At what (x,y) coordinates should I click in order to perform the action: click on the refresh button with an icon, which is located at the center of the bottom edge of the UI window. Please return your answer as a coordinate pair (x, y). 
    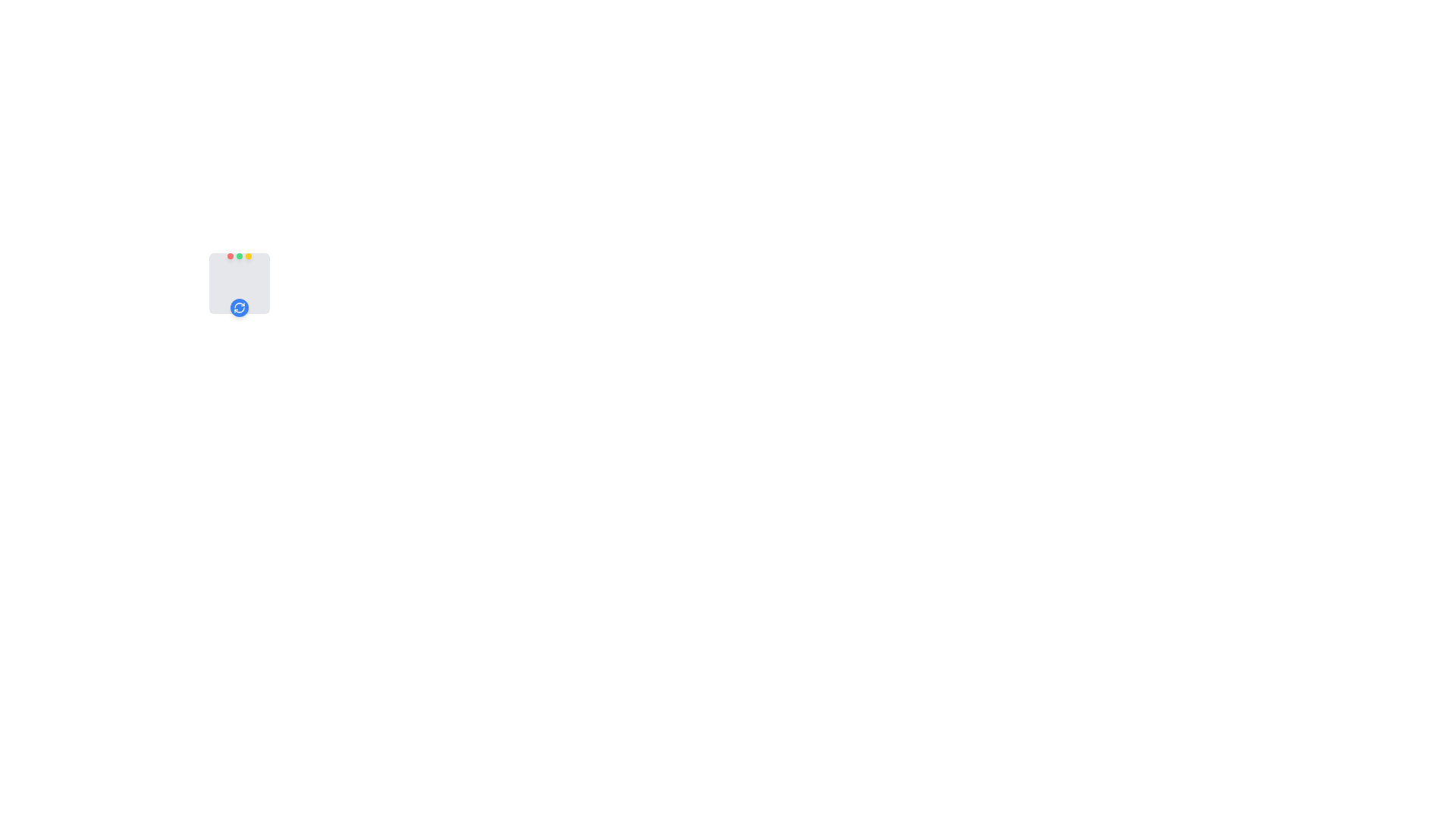
    Looking at the image, I should click on (239, 307).